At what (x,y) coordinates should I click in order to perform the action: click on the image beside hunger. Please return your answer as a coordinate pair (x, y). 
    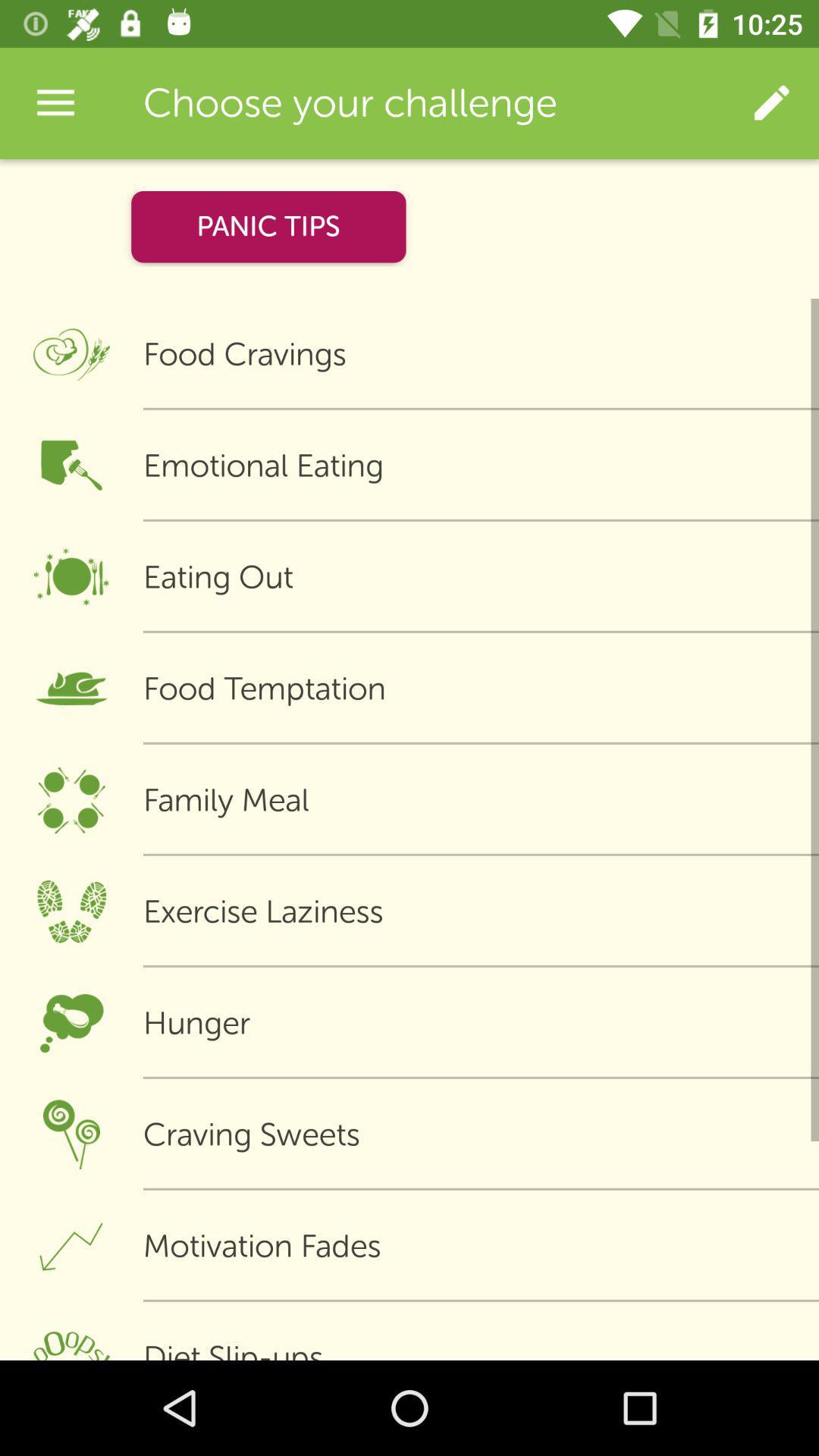
    Looking at the image, I should click on (71, 1023).